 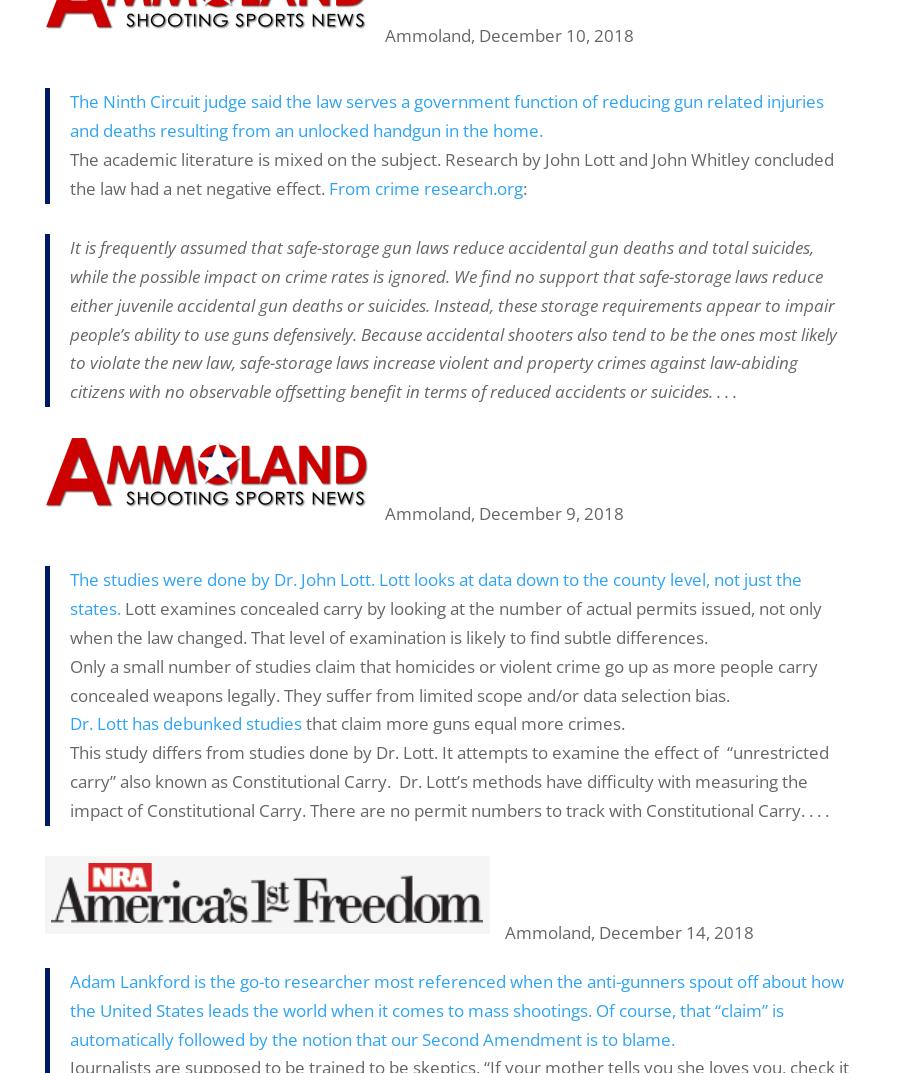 What do you see at coordinates (186, 722) in the screenshot?
I see `'Dr. Lott has debunked studies'` at bounding box center [186, 722].